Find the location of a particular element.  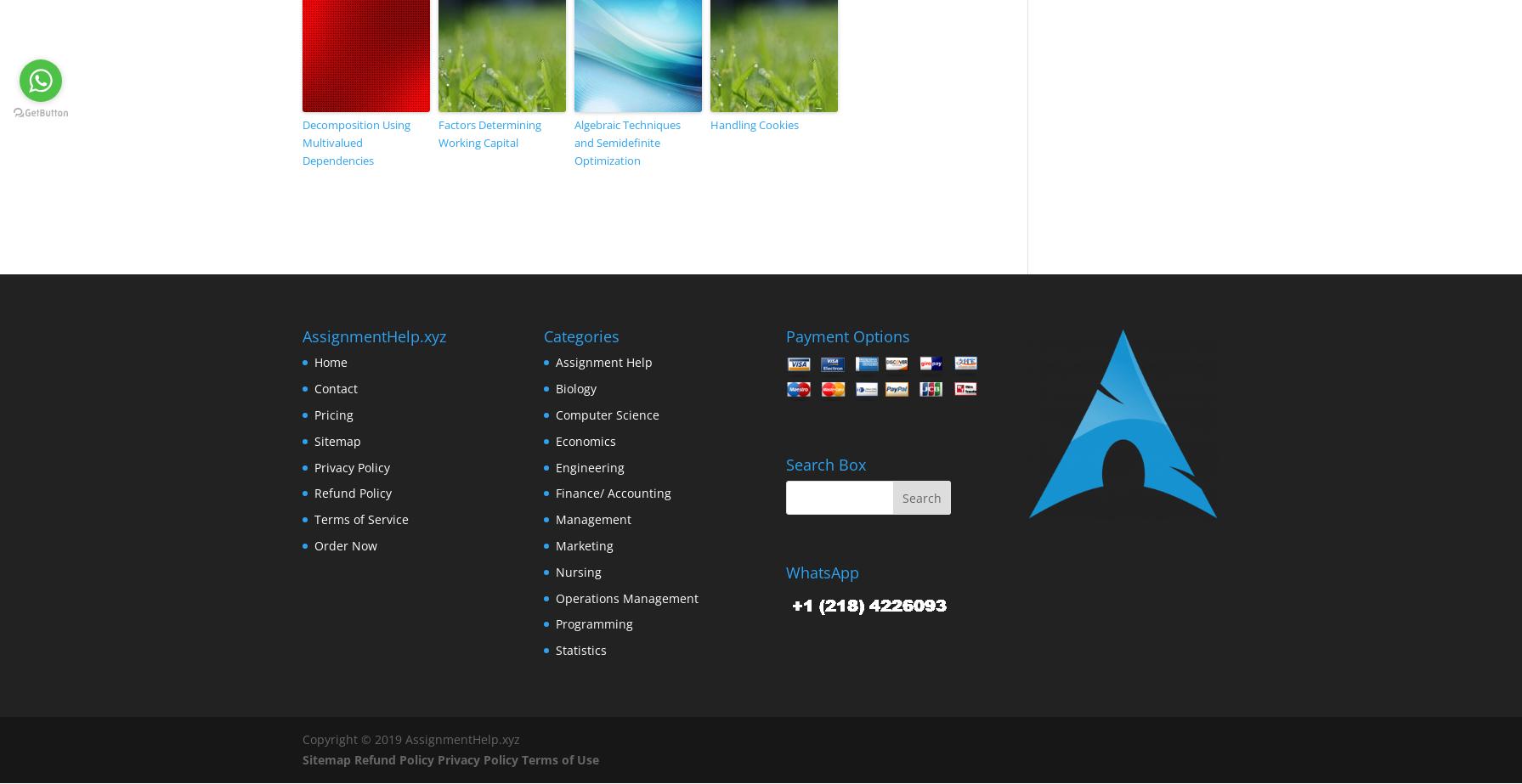

'Terms of Use' is located at coordinates (559, 759).